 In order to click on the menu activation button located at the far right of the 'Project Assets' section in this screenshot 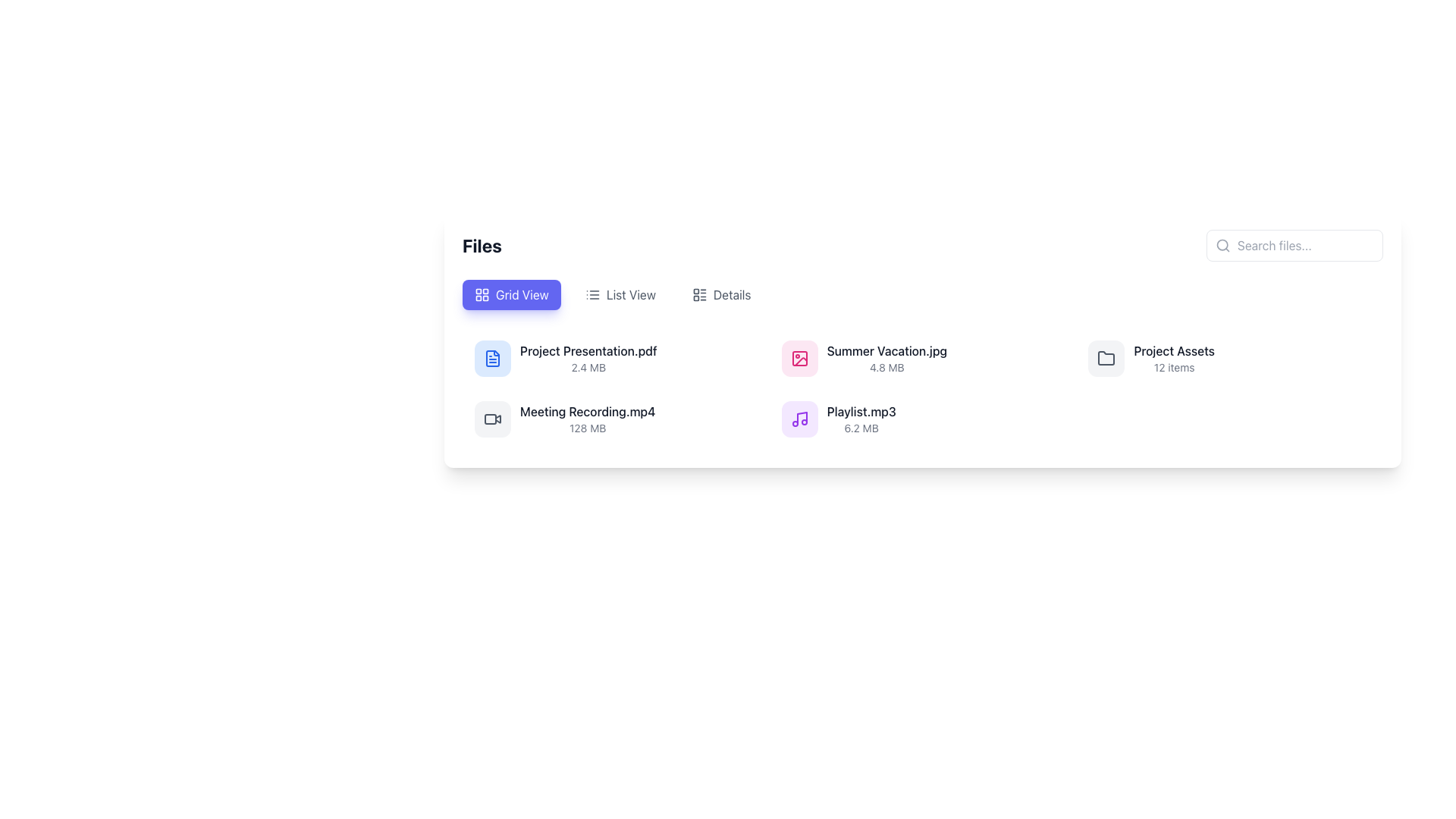, I will do `click(1361, 350)`.